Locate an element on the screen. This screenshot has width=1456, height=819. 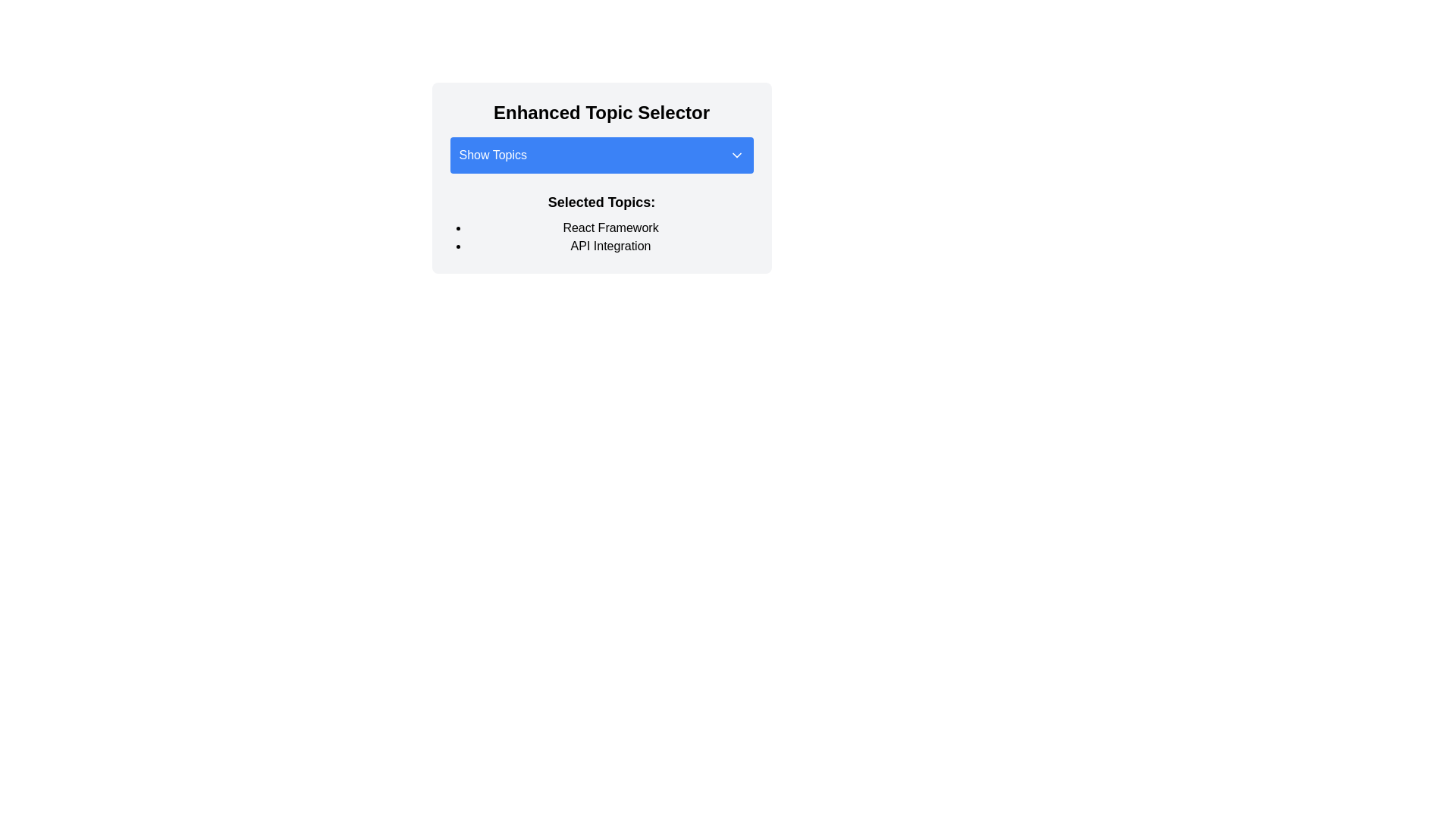
the 'Selected Topics:' list is located at coordinates (601, 237).